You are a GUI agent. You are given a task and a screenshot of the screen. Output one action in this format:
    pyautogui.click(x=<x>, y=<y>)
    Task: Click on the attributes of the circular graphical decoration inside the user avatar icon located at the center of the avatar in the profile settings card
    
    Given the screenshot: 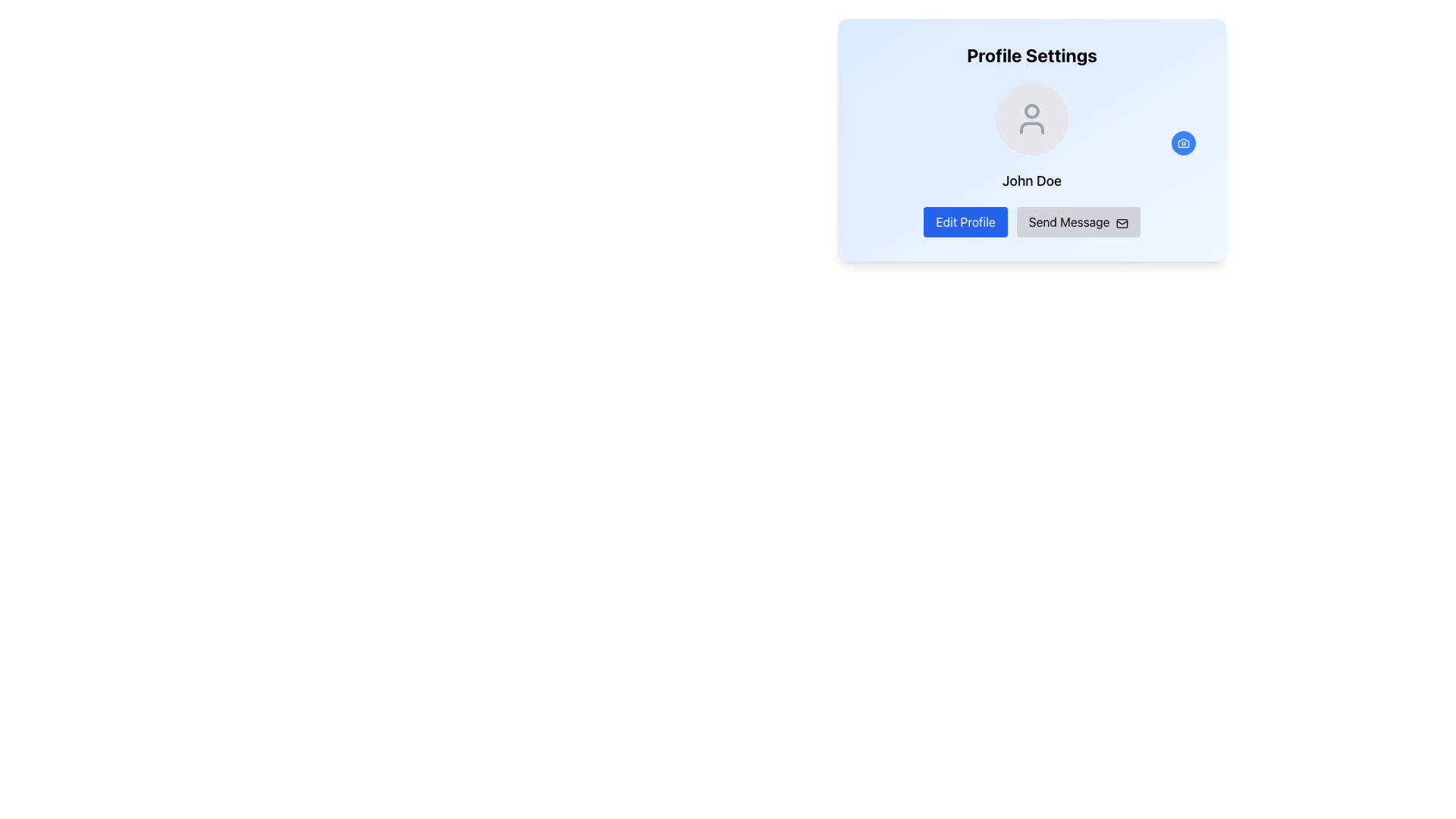 What is the action you would take?
    pyautogui.click(x=1031, y=110)
    